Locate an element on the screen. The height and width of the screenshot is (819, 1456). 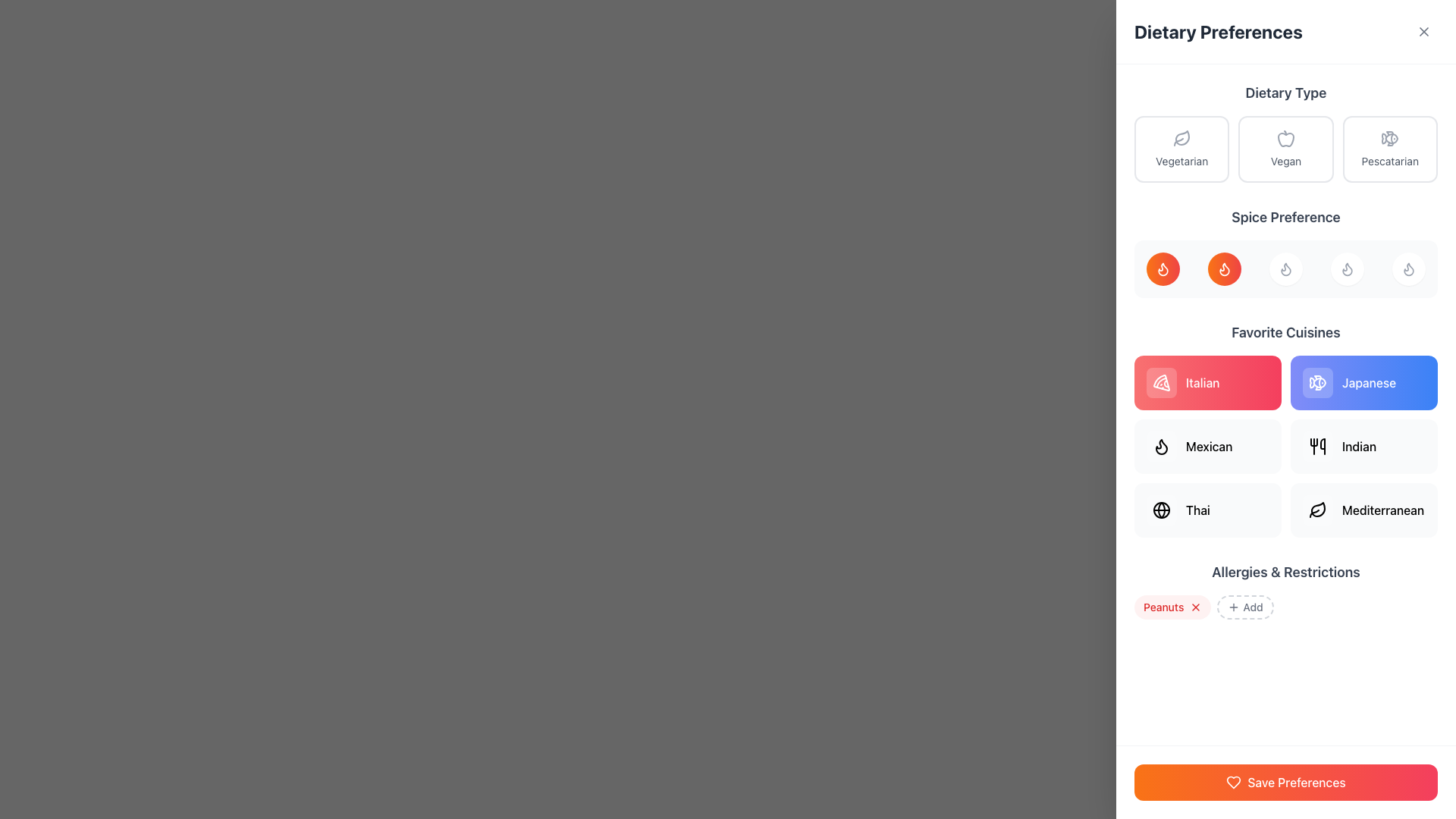
the button is located at coordinates (1207, 510).